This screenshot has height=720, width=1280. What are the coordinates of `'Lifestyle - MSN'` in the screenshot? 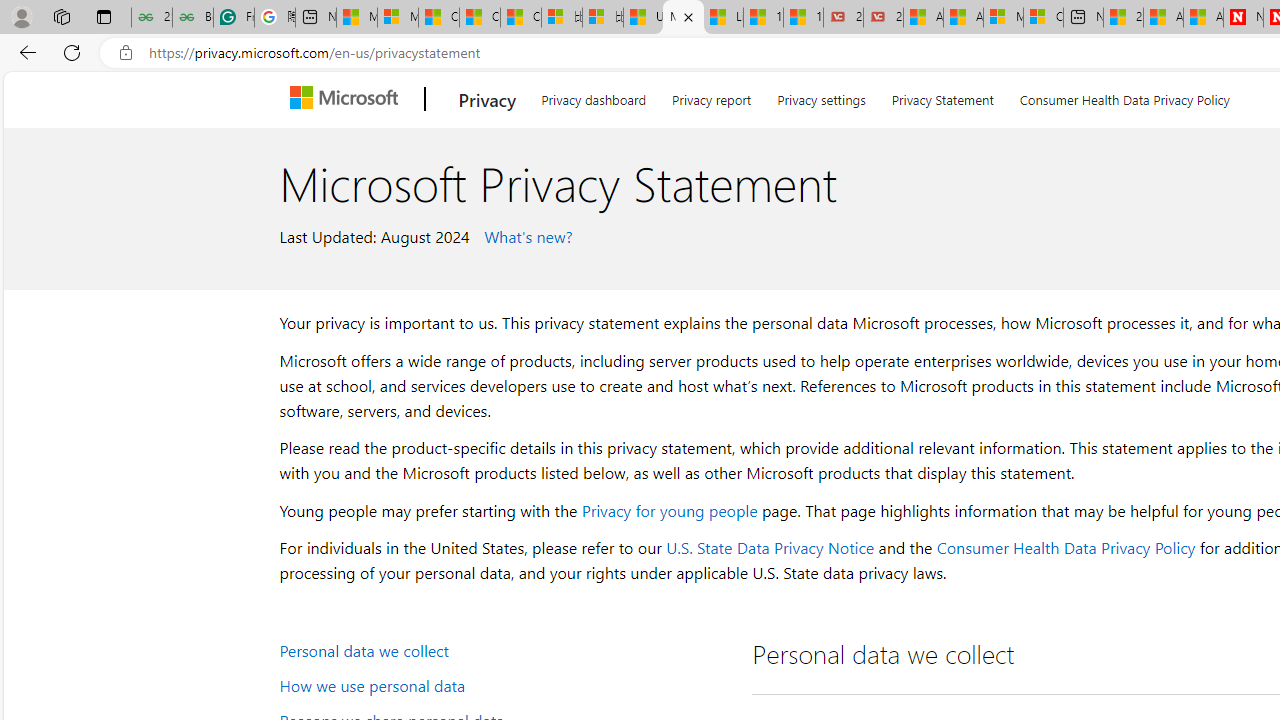 It's located at (722, 17).